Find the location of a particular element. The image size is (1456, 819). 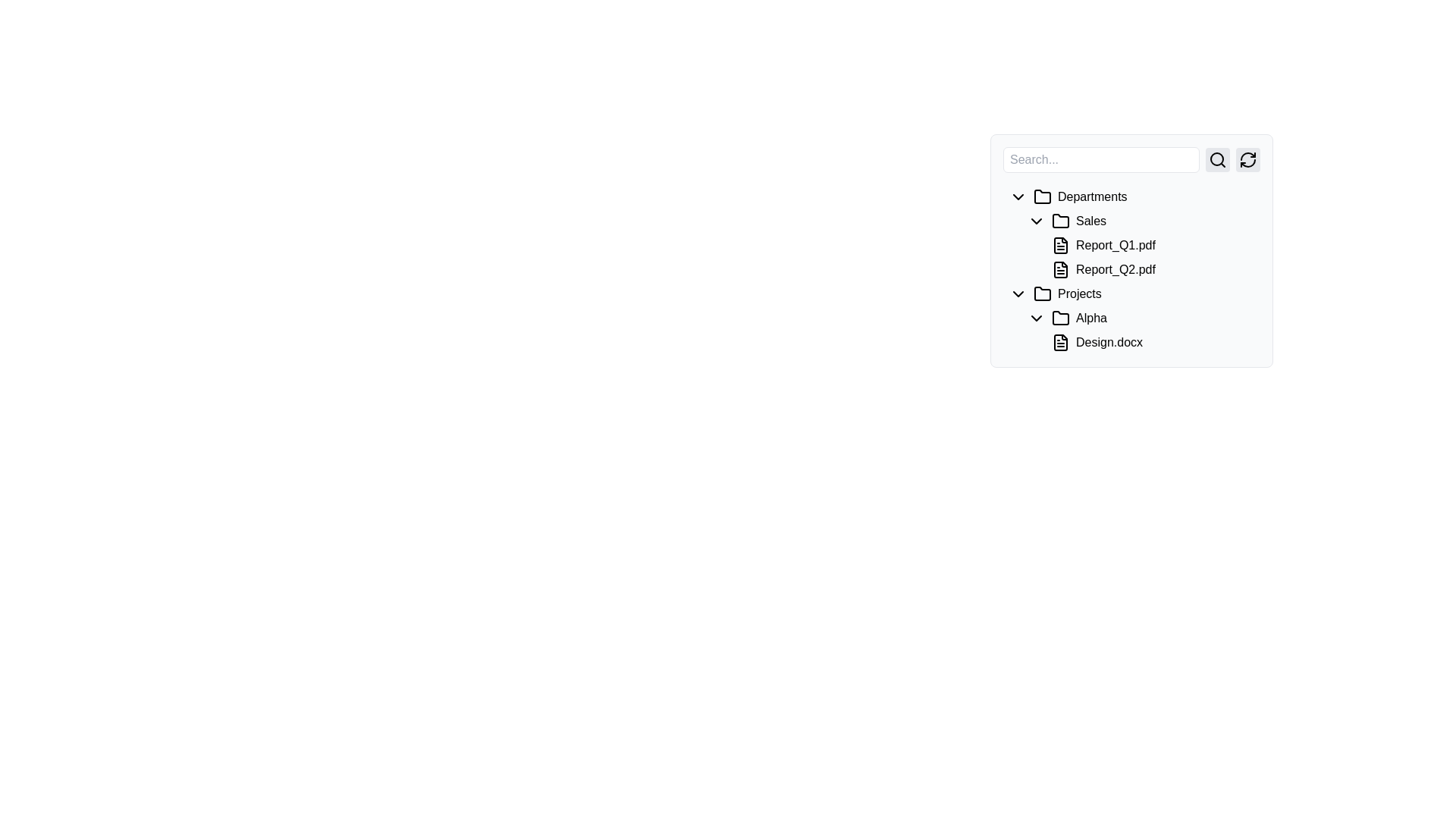

the search button located immediately to the right of the search input field to initiate a search query is located at coordinates (1218, 160).